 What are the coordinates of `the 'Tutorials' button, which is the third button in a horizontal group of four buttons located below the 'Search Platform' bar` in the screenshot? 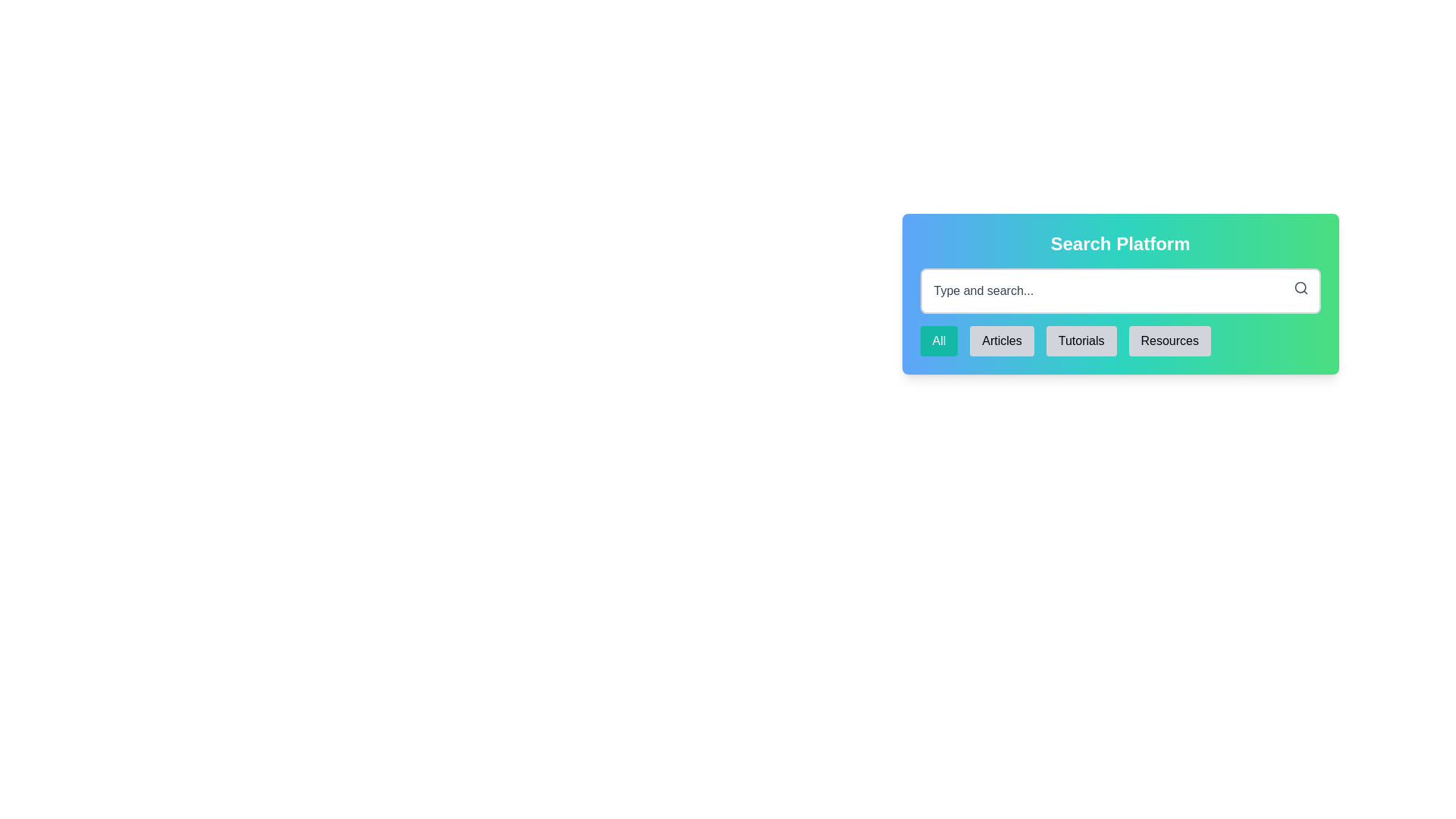 It's located at (1081, 341).